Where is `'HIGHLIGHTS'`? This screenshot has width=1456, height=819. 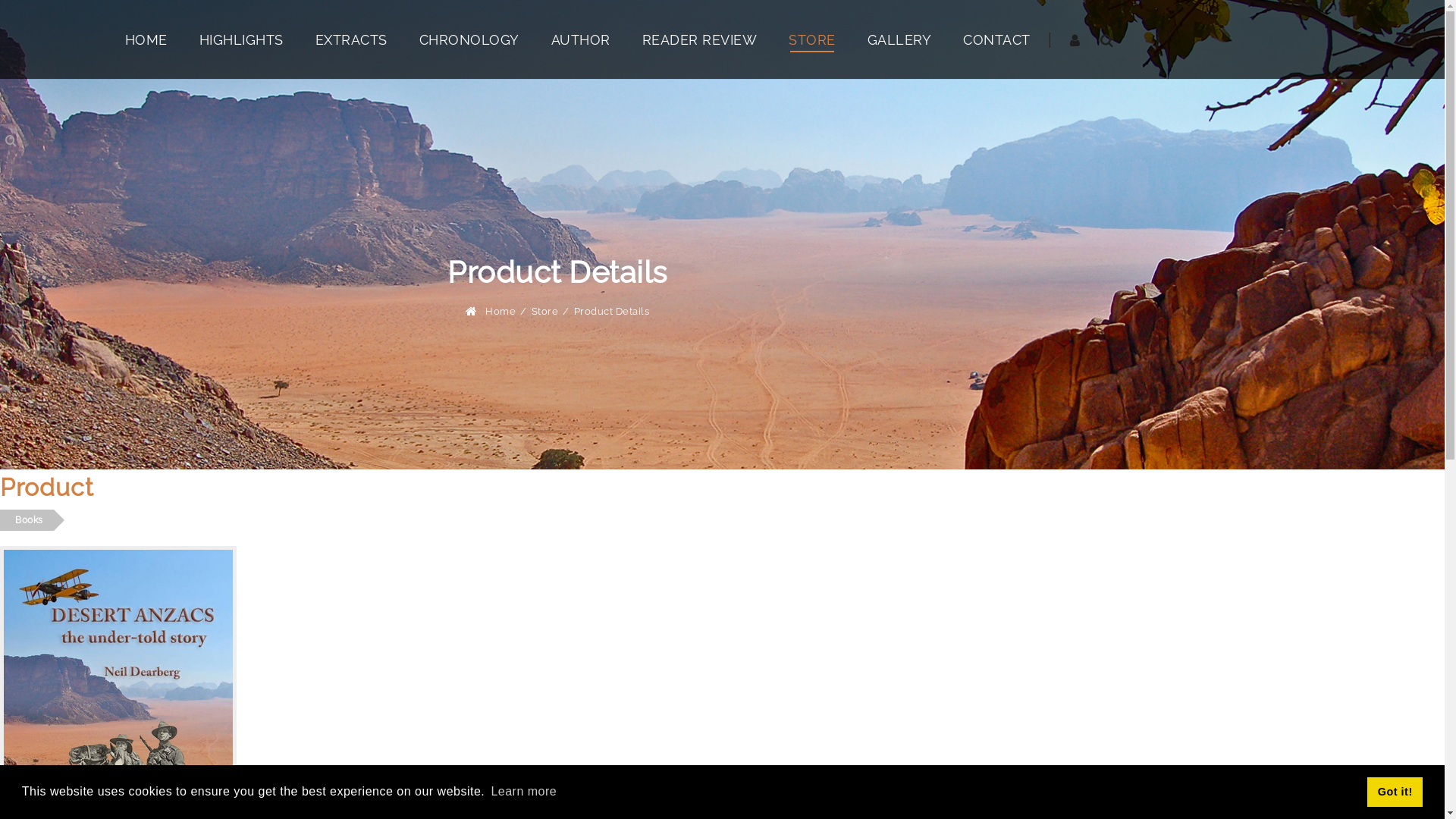 'HIGHLIGHTS' is located at coordinates (198, 38).